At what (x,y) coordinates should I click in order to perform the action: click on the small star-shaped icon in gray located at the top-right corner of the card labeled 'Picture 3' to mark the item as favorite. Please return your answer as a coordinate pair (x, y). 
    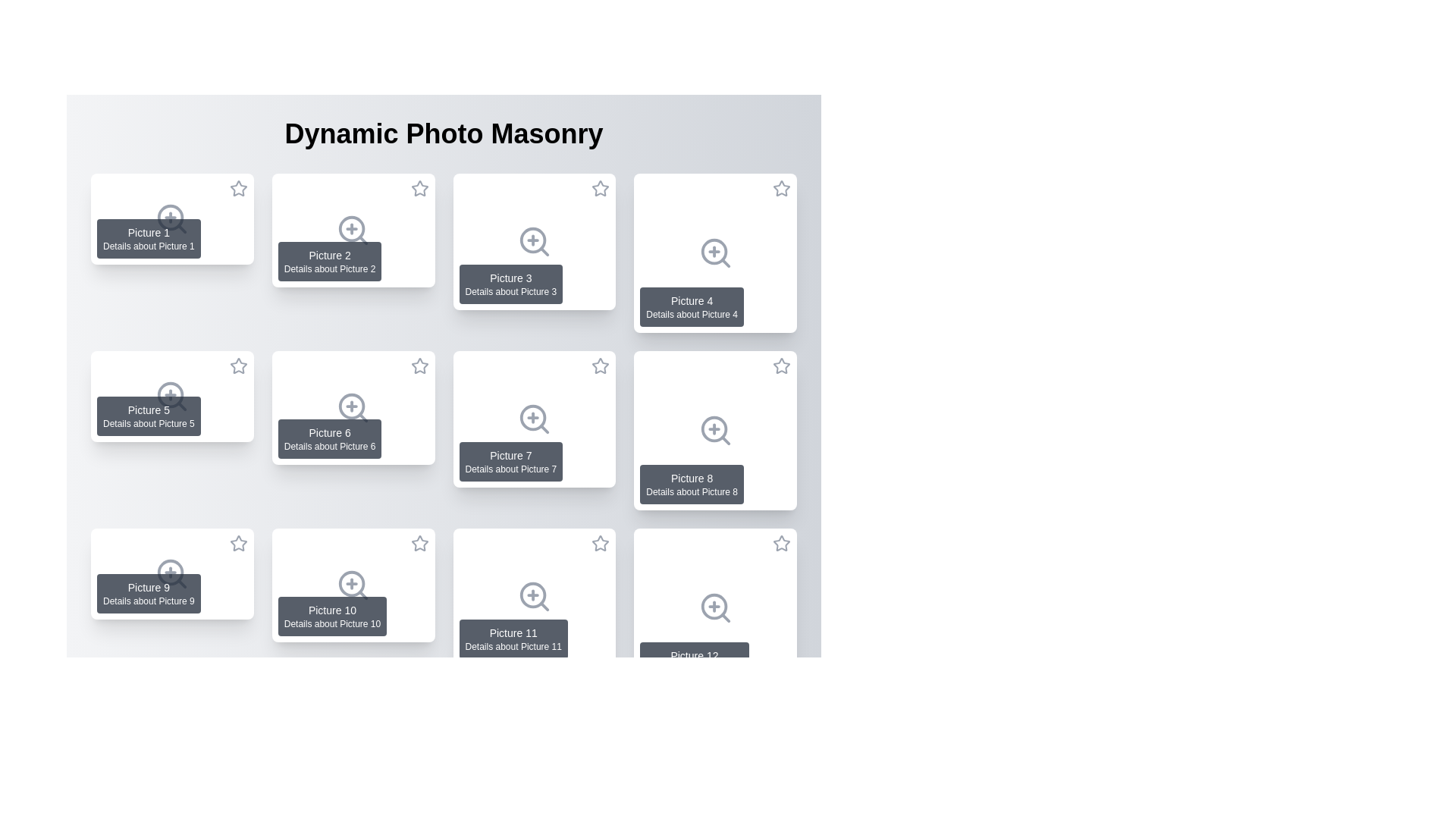
    Looking at the image, I should click on (600, 190).